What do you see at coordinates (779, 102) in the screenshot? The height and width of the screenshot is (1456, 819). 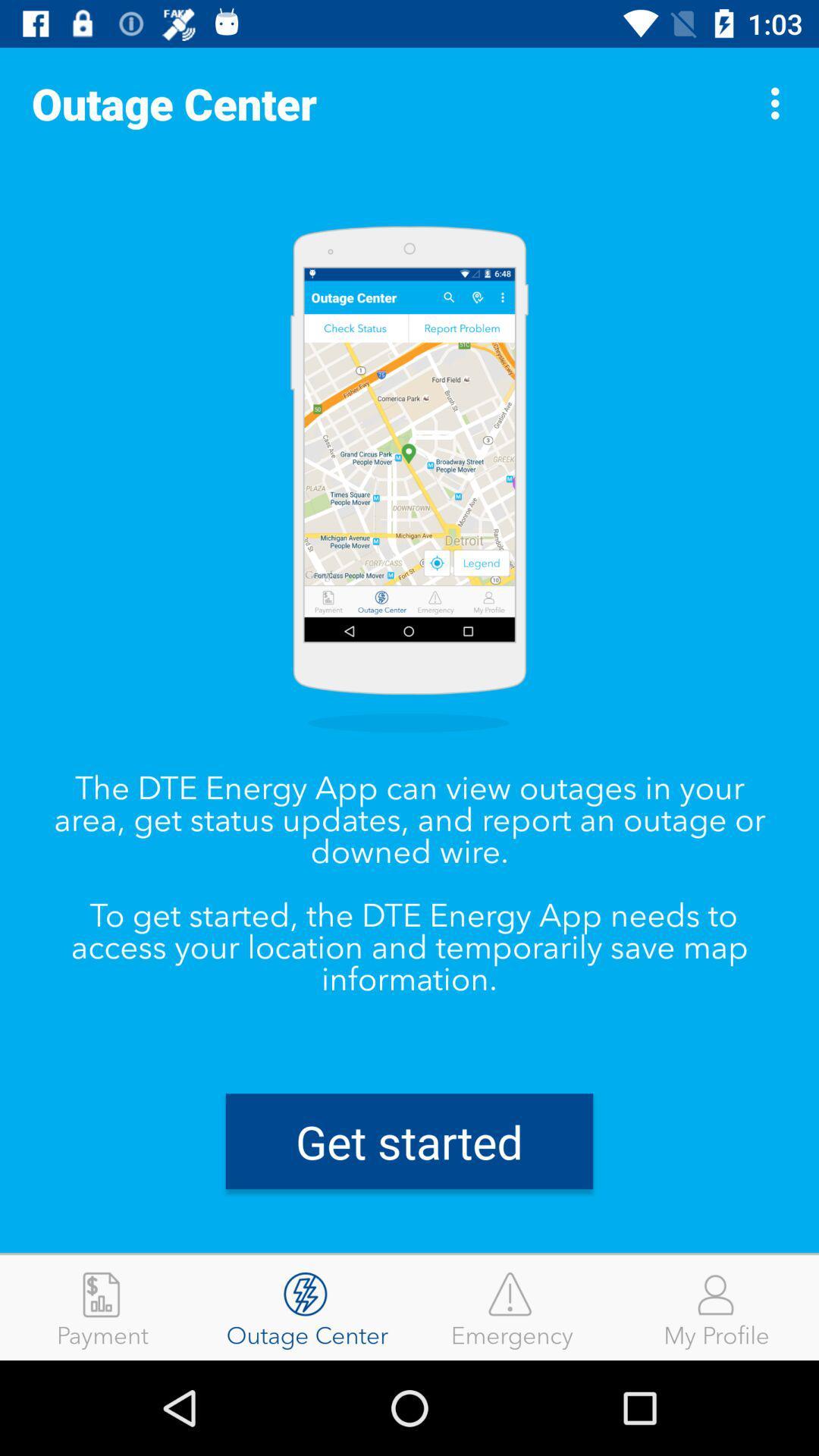 I see `the icon to the right of outage center item` at bounding box center [779, 102].